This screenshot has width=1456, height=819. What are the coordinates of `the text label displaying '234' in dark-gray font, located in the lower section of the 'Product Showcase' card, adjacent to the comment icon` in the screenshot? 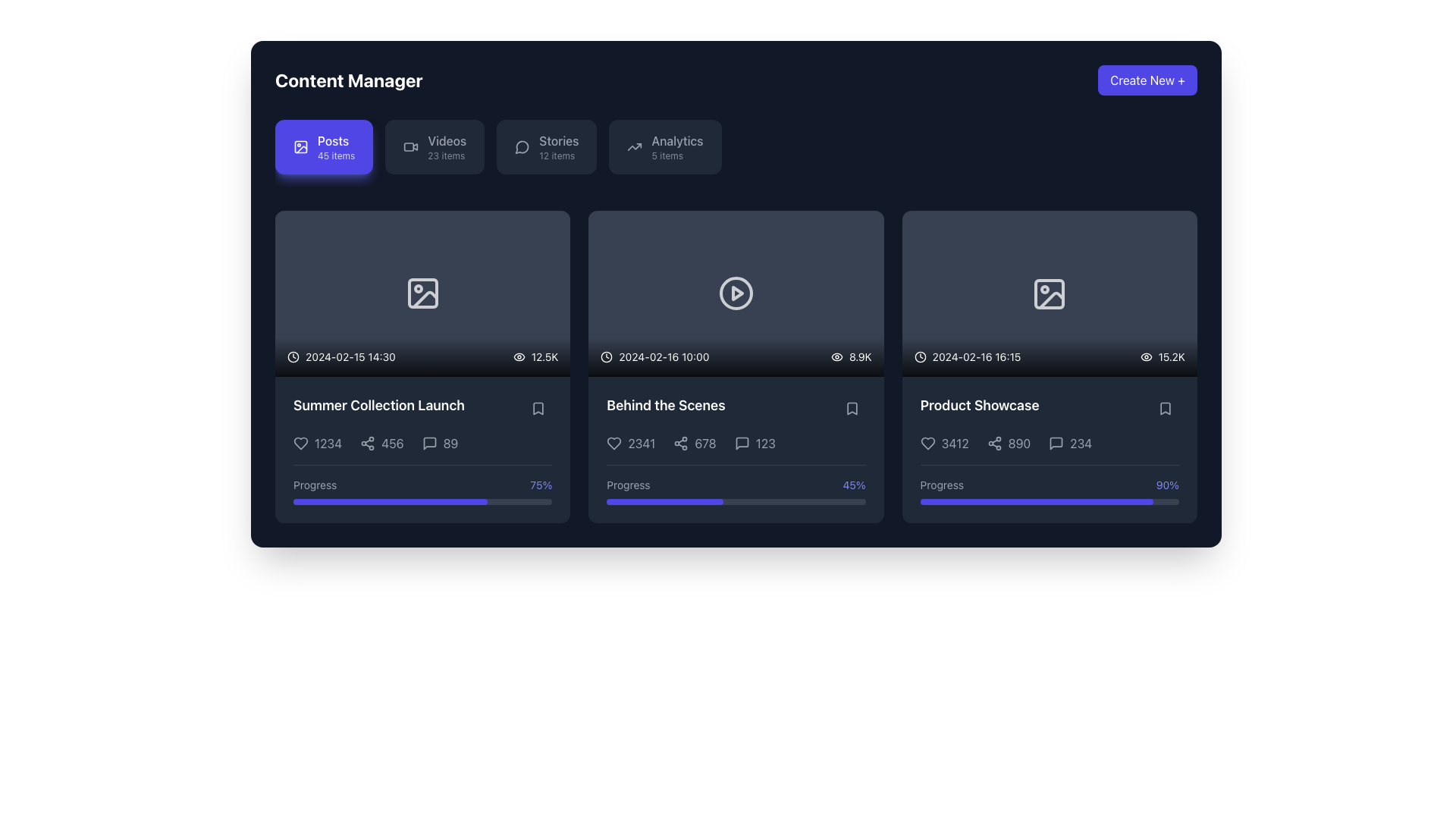 It's located at (1080, 444).